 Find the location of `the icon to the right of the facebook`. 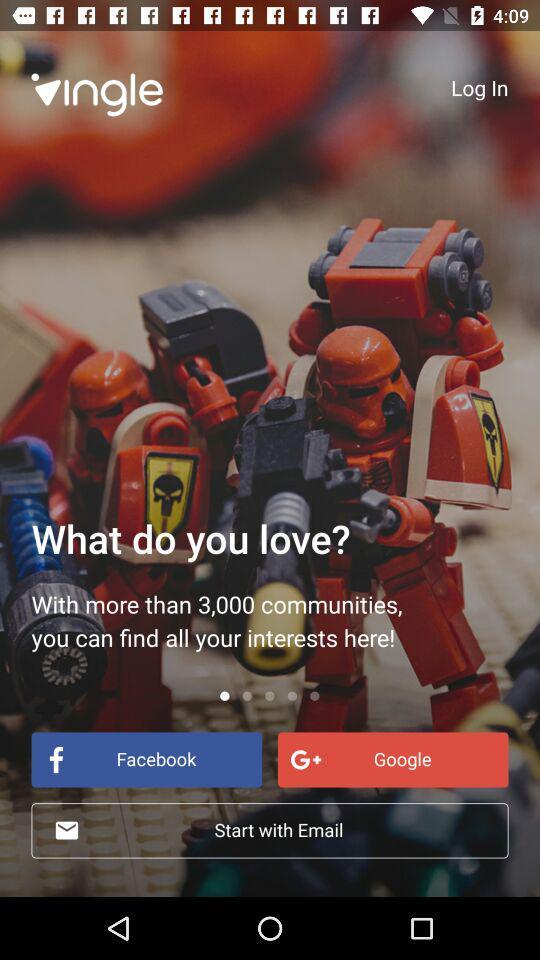

the icon to the right of the facebook is located at coordinates (393, 758).